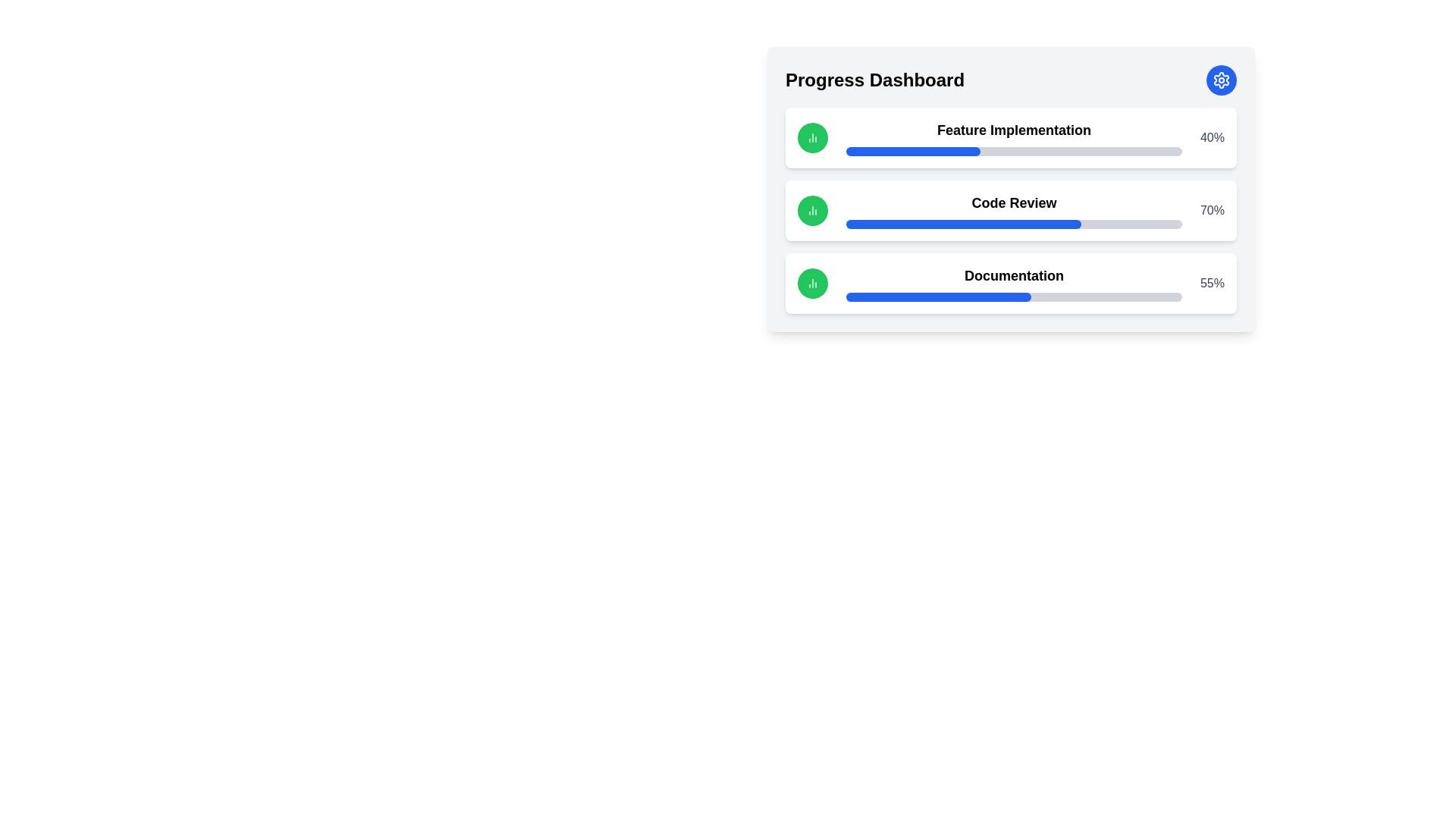 This screenshot has width=1456, height=819. I want to click on the filled section of the progress bar, which visually represents 55% completion of the documentation task and is located at the bottommost of three progress indicators in the dashboard, so click(937, 297).